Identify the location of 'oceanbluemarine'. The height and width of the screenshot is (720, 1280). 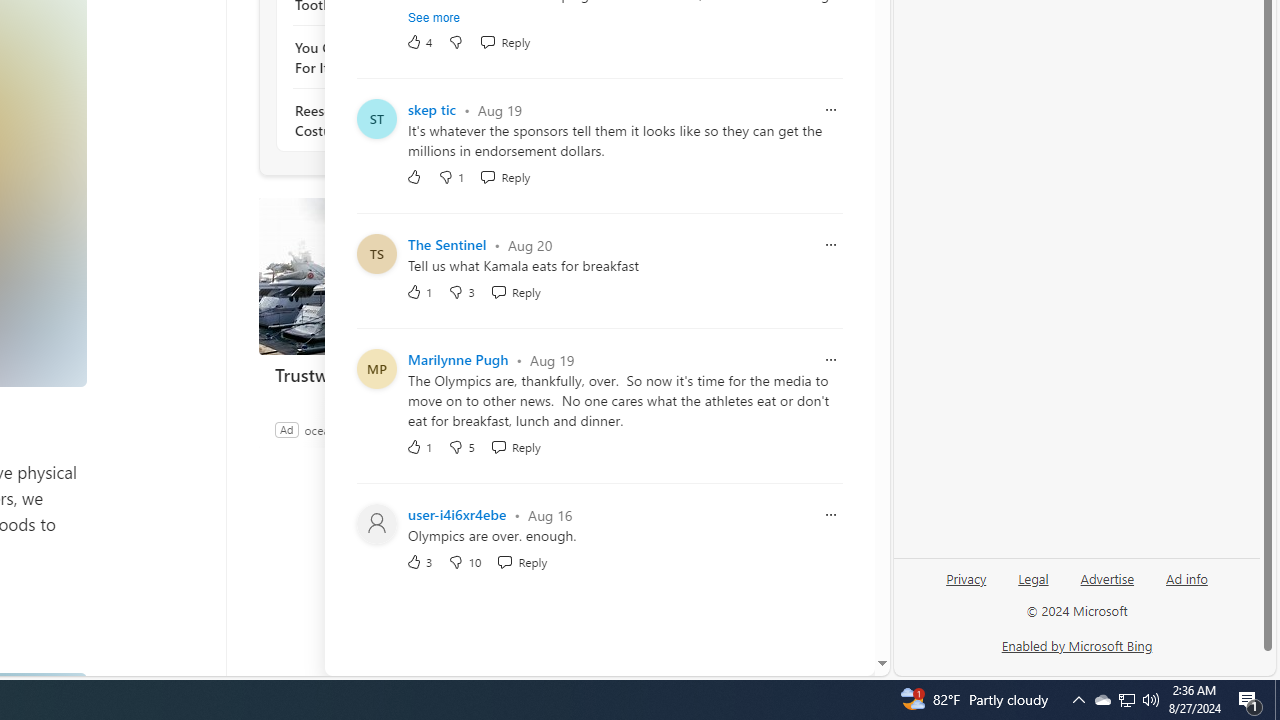
(350, 428).